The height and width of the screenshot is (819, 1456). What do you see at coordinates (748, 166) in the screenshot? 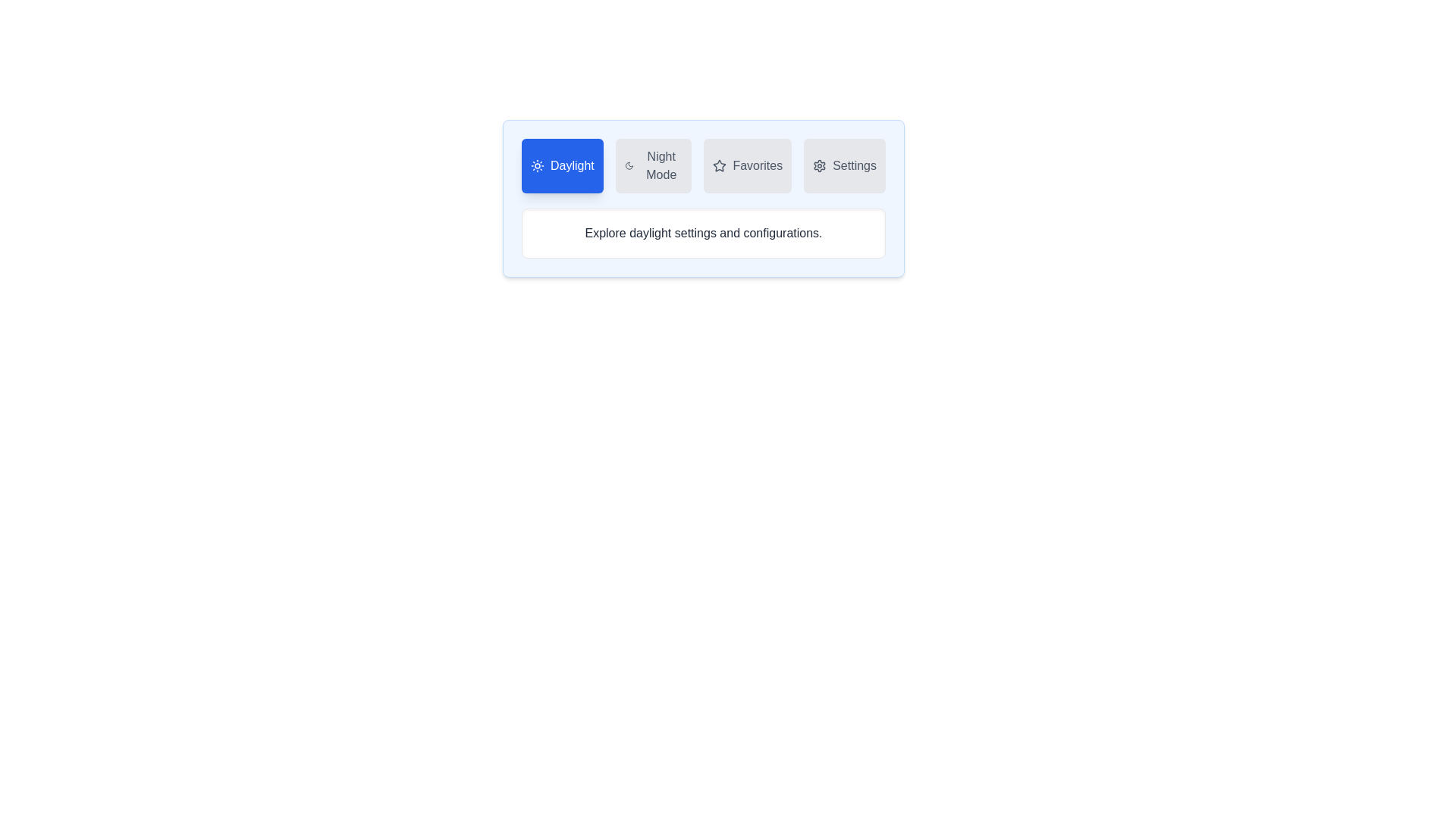
I see `the tab labeled Favorites` at bounding box center [748, 166].